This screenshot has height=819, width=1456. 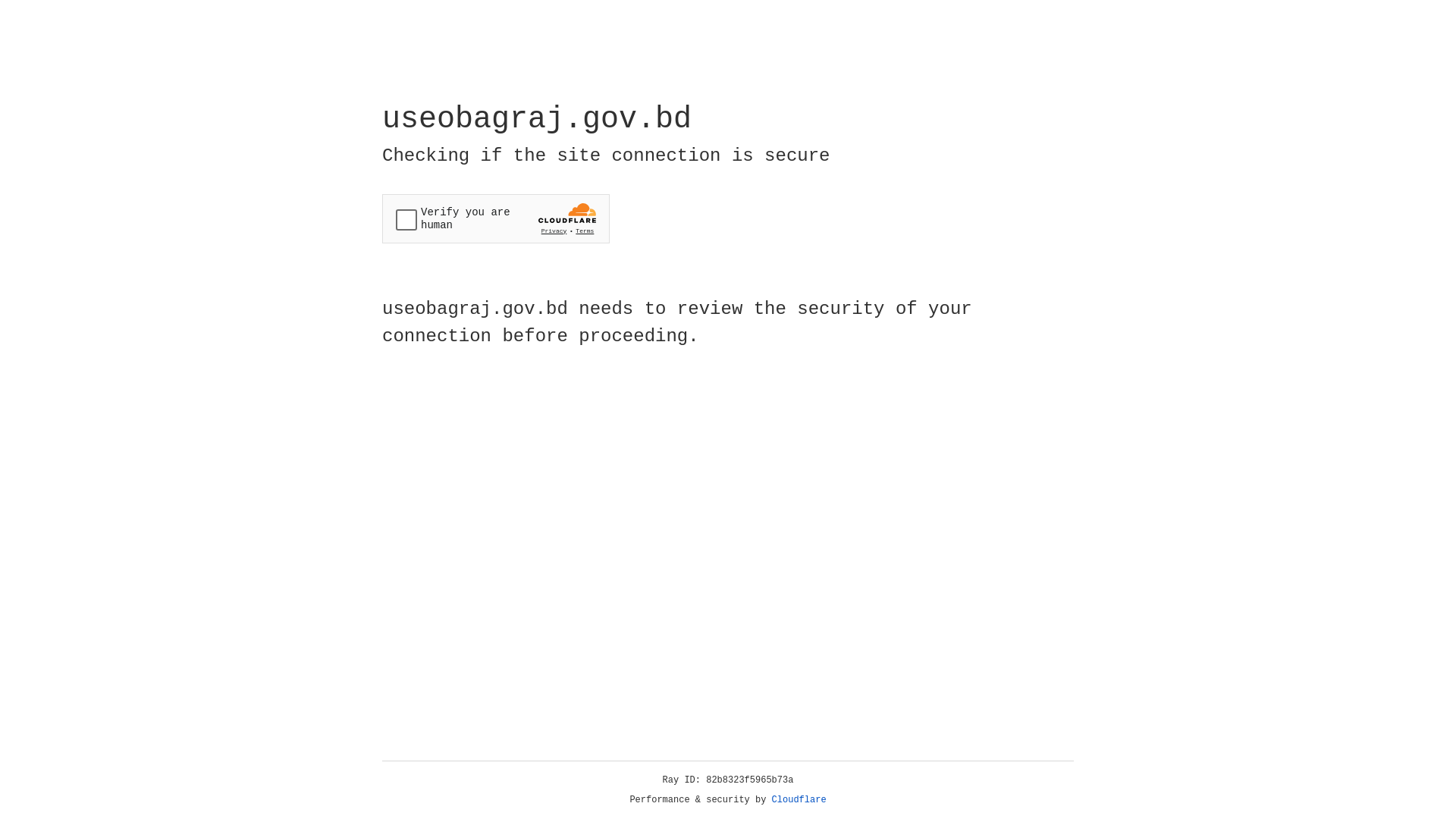 I want to click on 'Cloudflare', so click(x=799, y=799).